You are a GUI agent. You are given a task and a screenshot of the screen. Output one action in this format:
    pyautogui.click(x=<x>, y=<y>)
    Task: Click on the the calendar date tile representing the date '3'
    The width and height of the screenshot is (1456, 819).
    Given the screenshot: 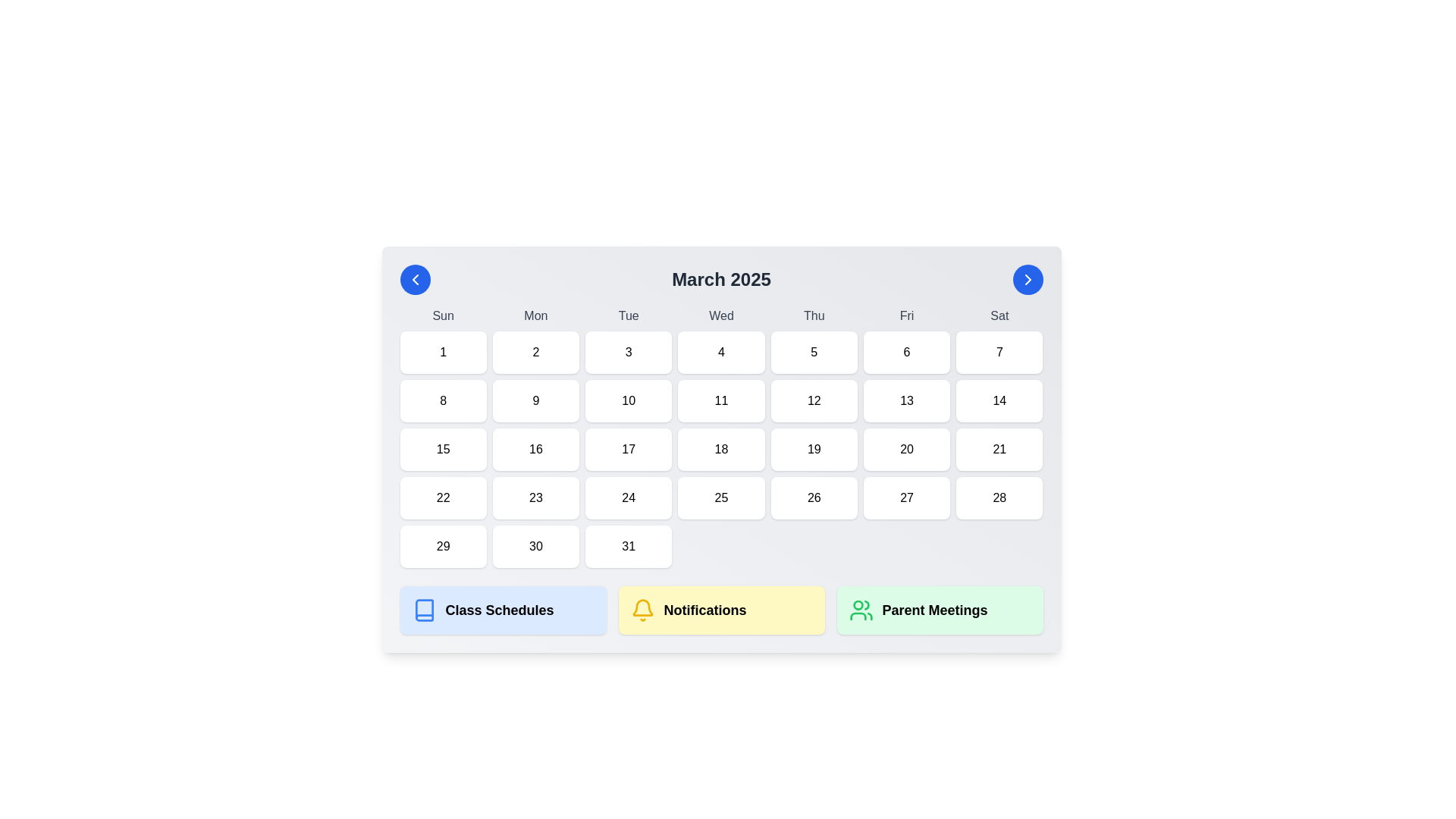 What is the action you would take?
    pyautogui.click(x=629, y=353)
    